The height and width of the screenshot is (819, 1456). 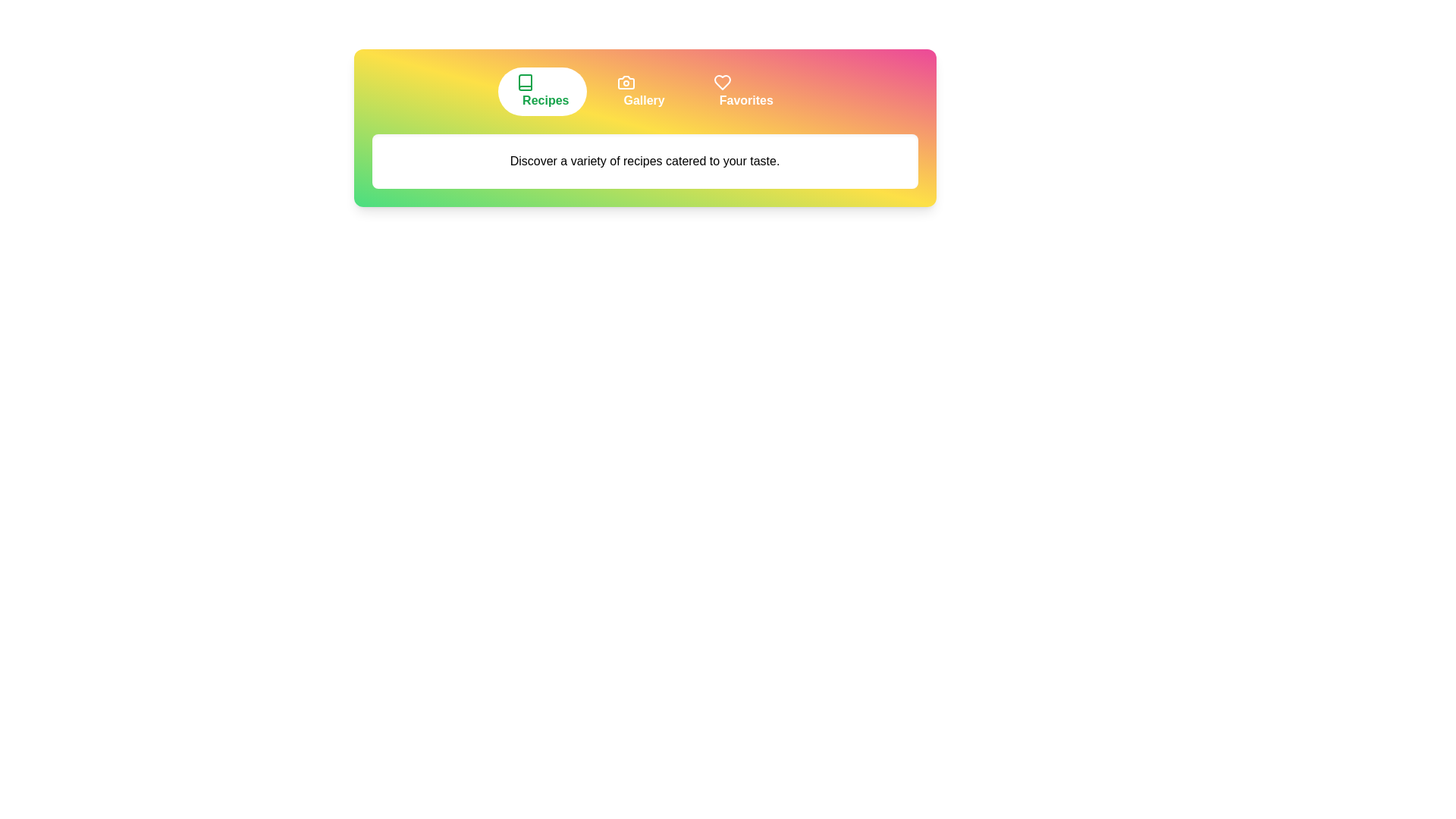 I want to click on the Gallery button to activate it, so click(x=641, y=91).